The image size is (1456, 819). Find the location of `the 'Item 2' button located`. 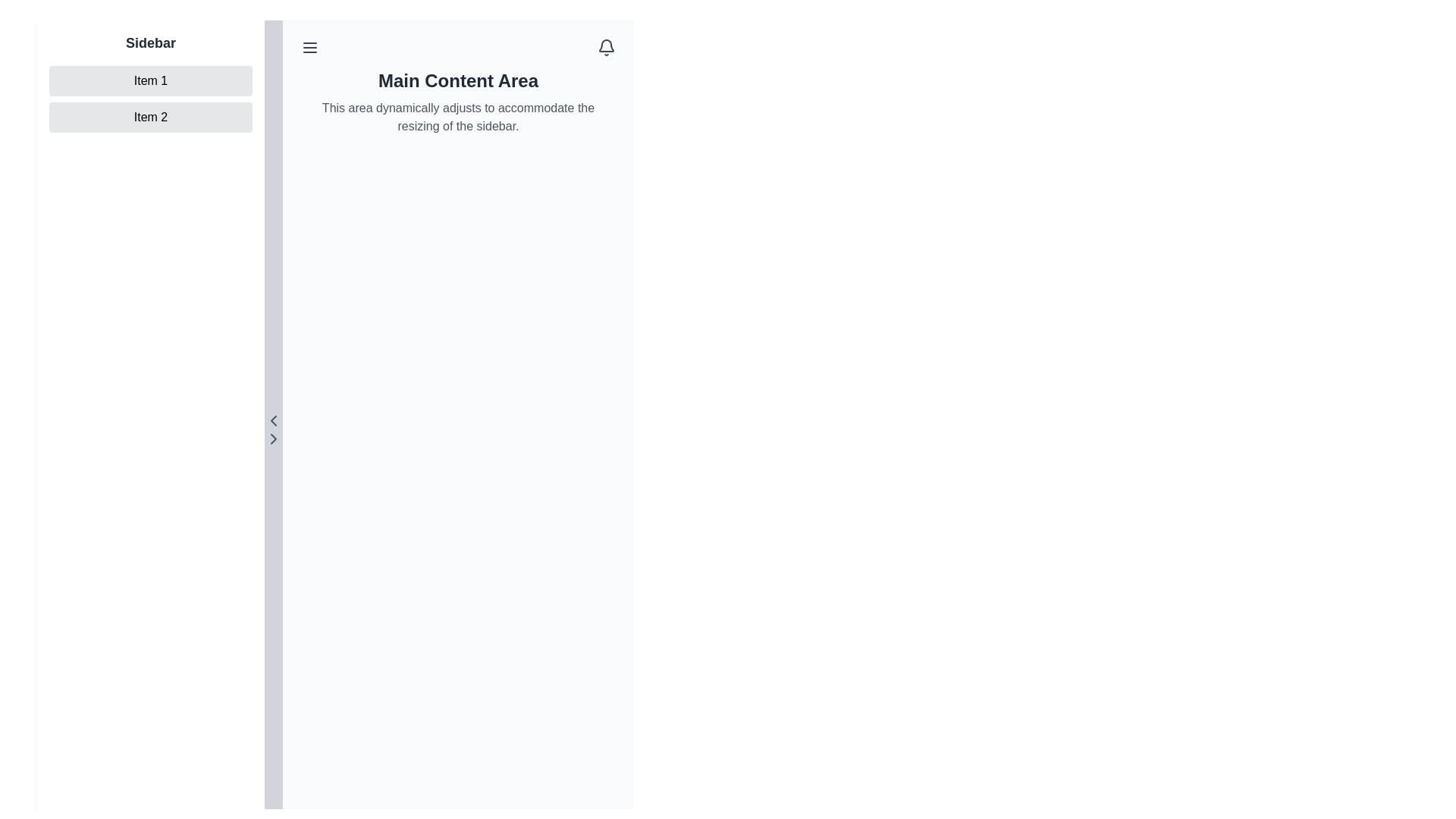

the 'Item 2' button located is located at coordinates (150, 116).